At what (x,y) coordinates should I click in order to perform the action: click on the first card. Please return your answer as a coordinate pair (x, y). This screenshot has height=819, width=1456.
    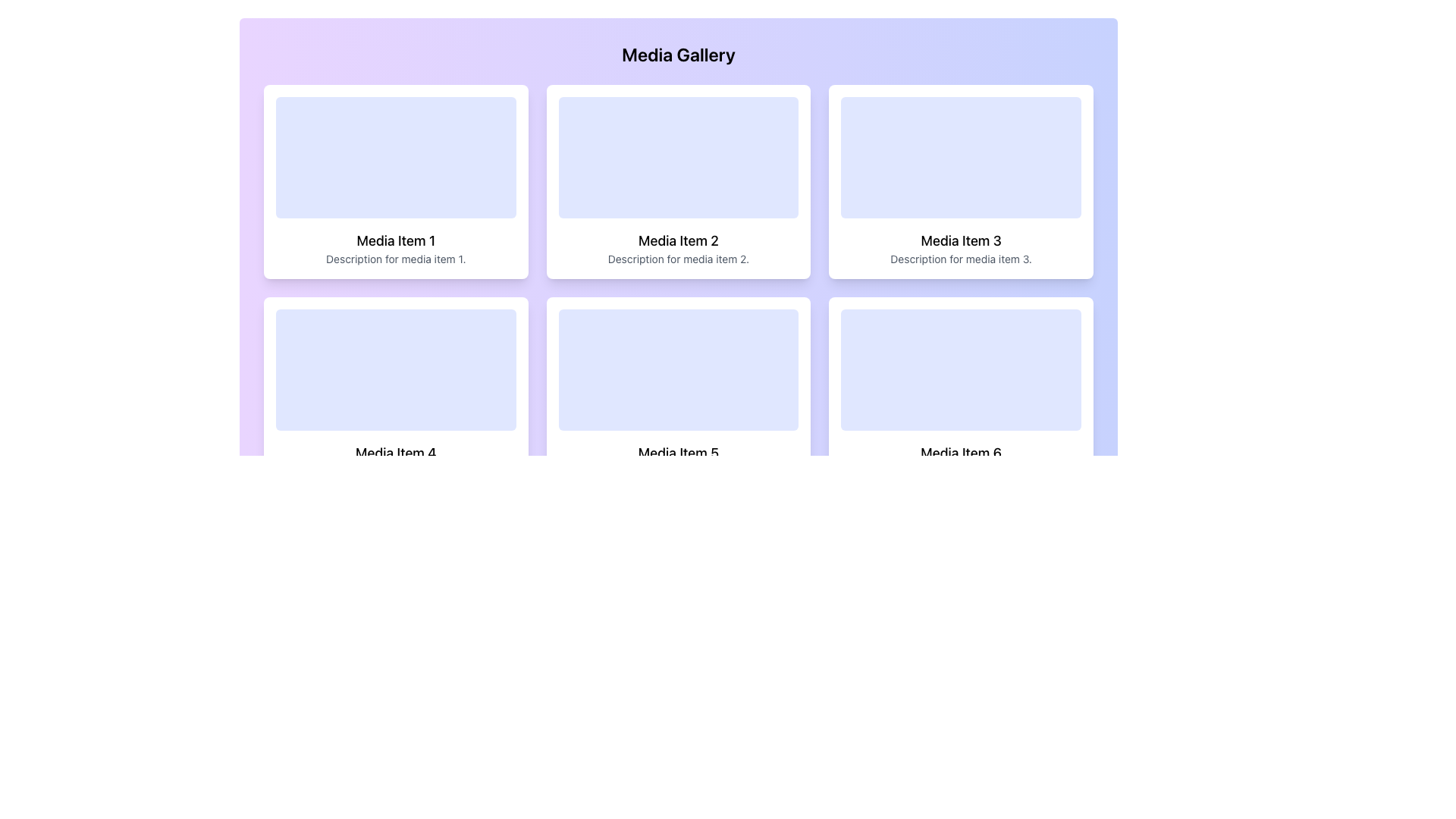
    Looking at the image, I should click on (396, 180).